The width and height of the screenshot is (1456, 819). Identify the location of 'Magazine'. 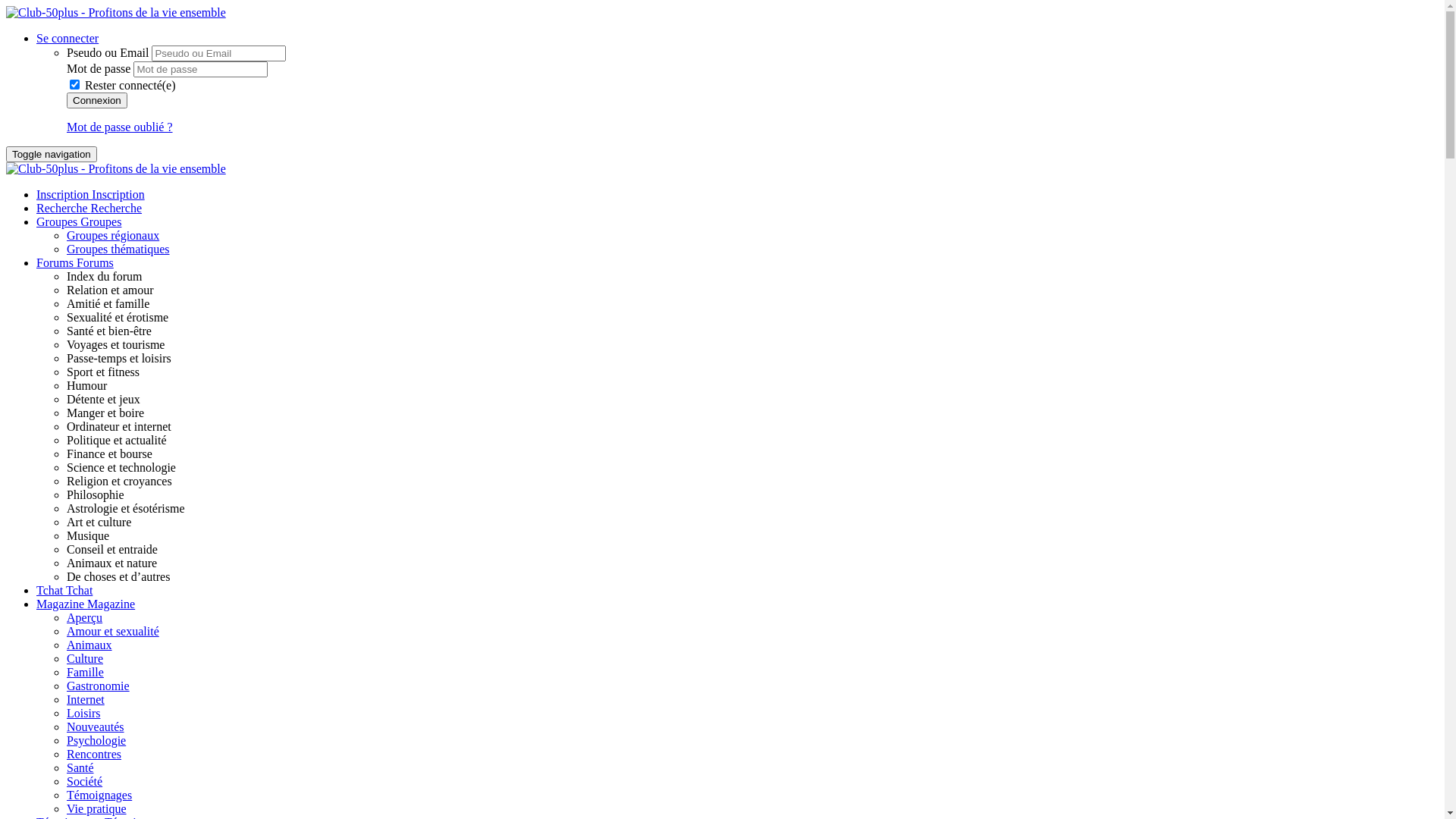
(86, 603).